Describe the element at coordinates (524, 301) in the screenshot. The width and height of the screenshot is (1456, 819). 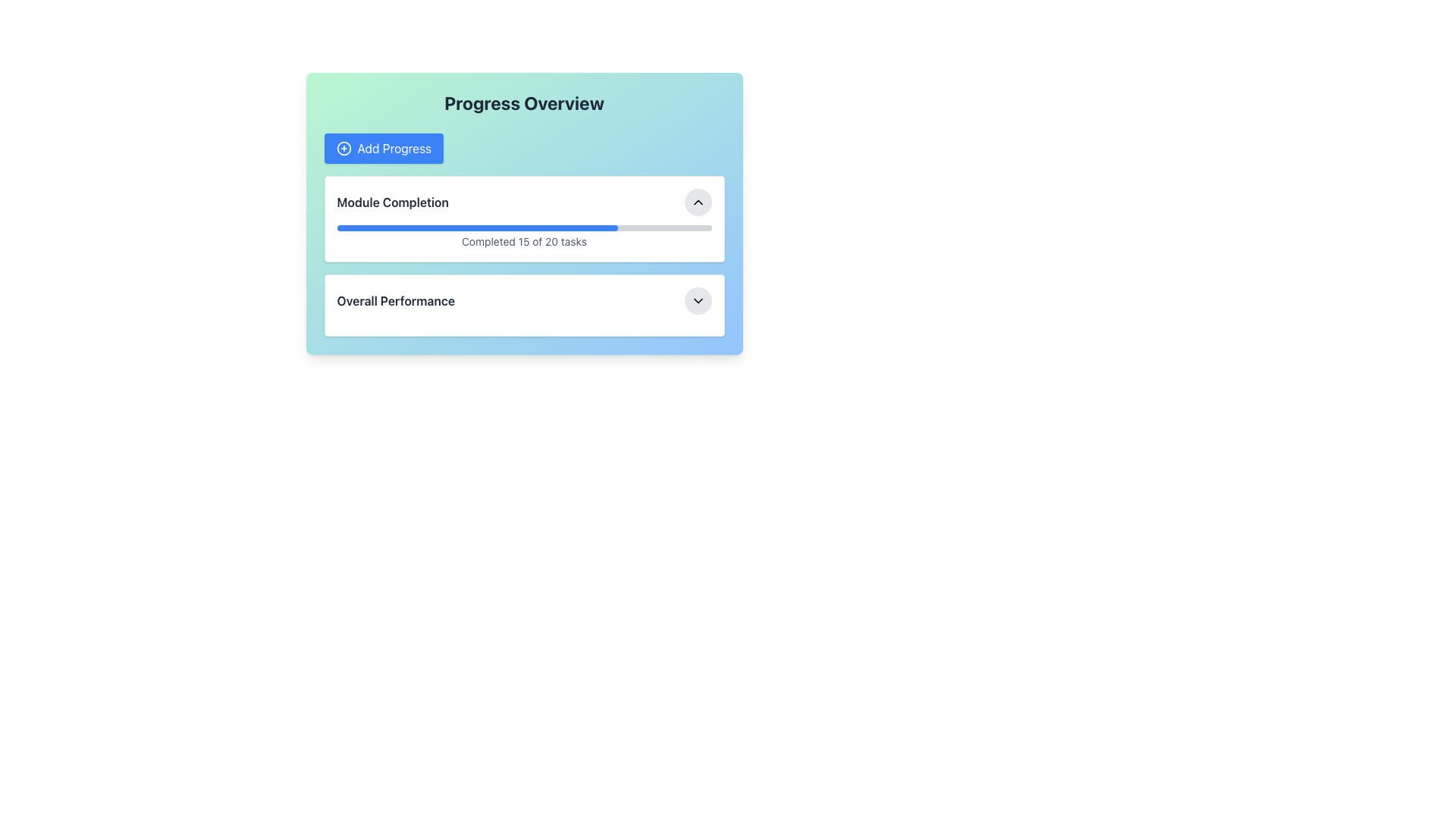
I see `the Labeled dropdown menu section titled 'Overall Performance', which features a circular dropdown button on the right` at that location.